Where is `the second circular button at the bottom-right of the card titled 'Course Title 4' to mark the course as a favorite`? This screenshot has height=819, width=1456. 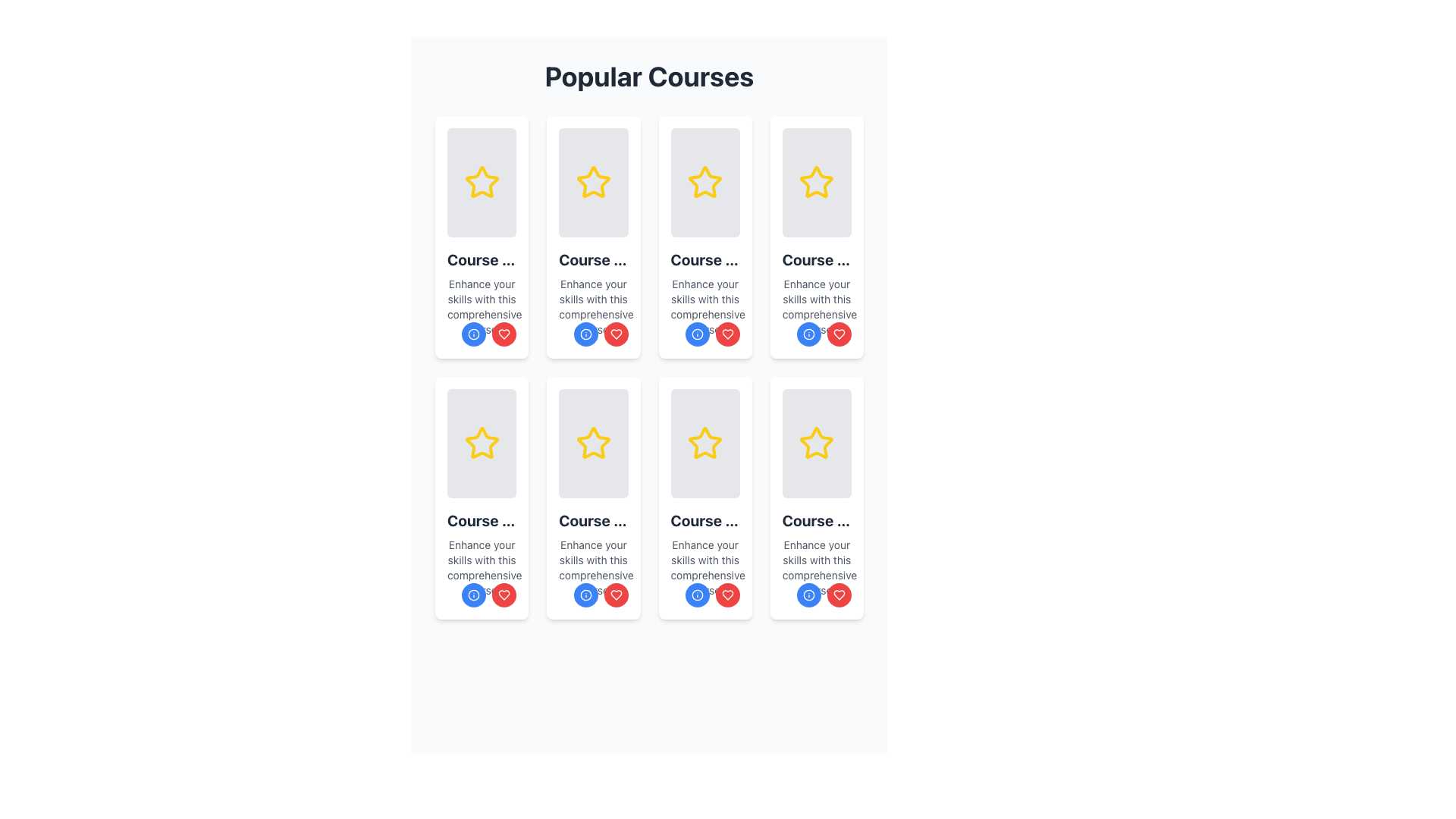
the second circular button at the bottom-right of the card titled 'Course Title 4' to mark the course as a favorite is located at coordinates (823, 333).